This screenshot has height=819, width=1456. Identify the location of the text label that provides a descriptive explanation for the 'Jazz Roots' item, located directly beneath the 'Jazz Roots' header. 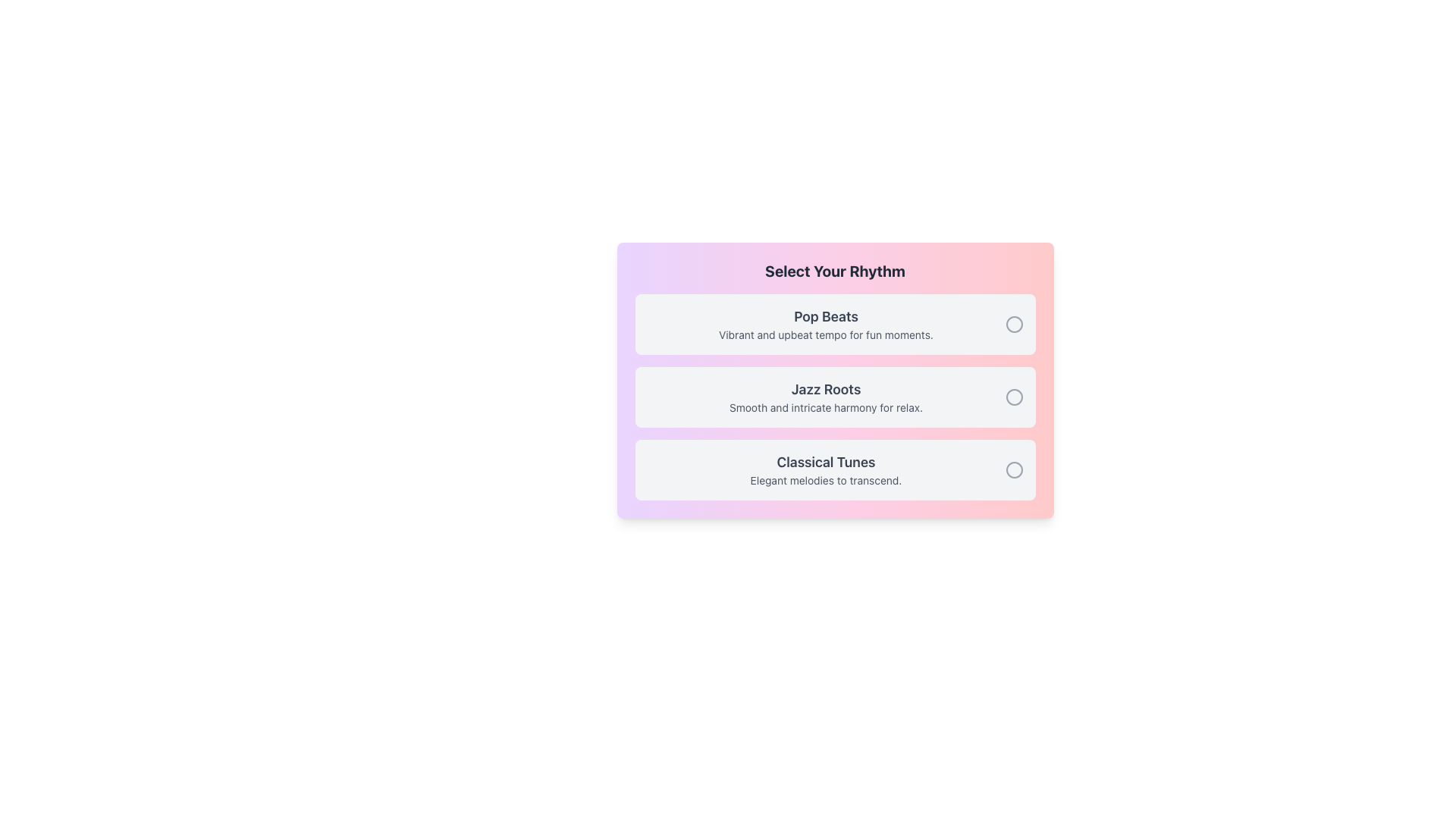
(825, 406).